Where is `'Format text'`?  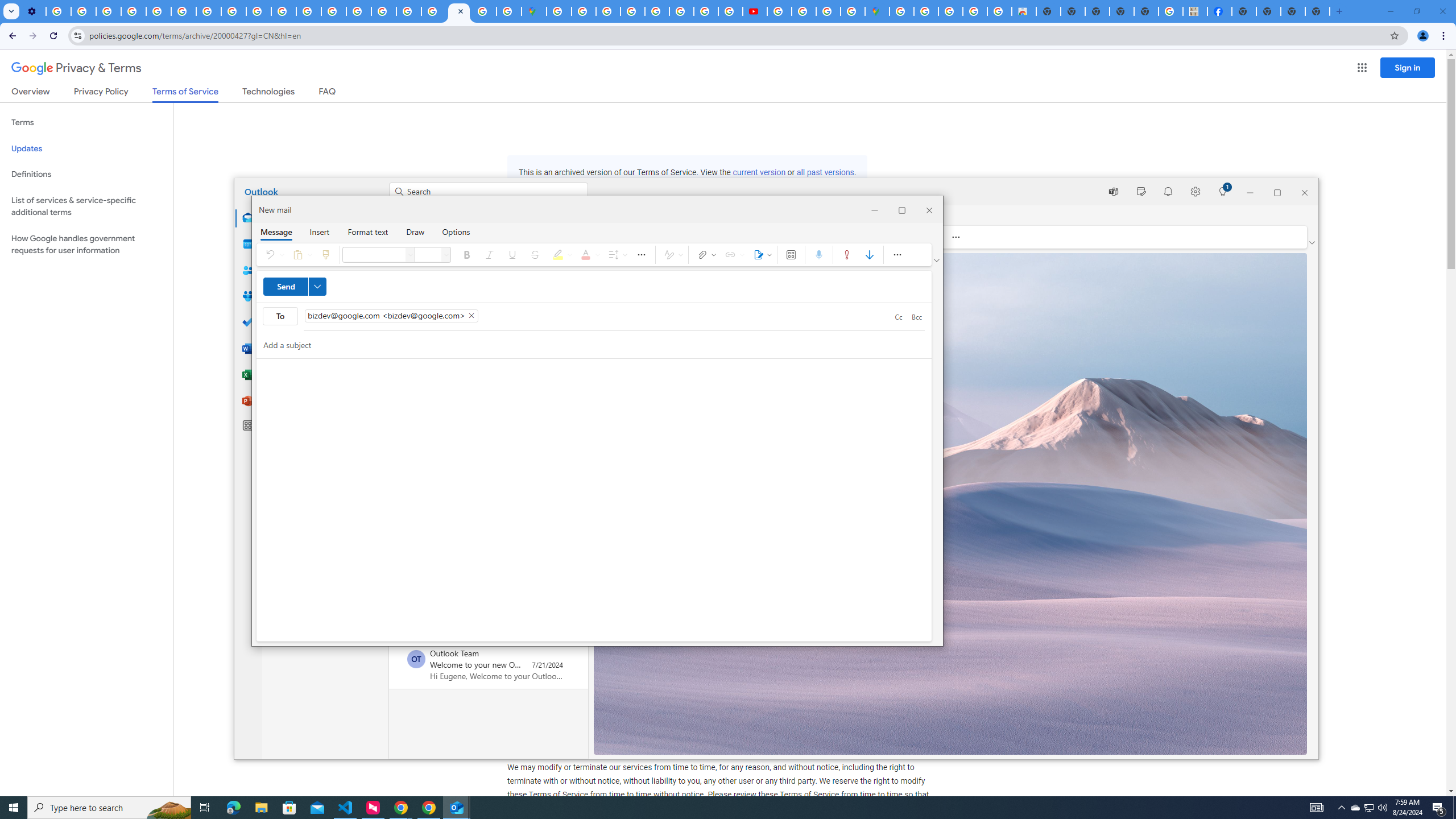 'Format text' is located at coordinates (368, 231).